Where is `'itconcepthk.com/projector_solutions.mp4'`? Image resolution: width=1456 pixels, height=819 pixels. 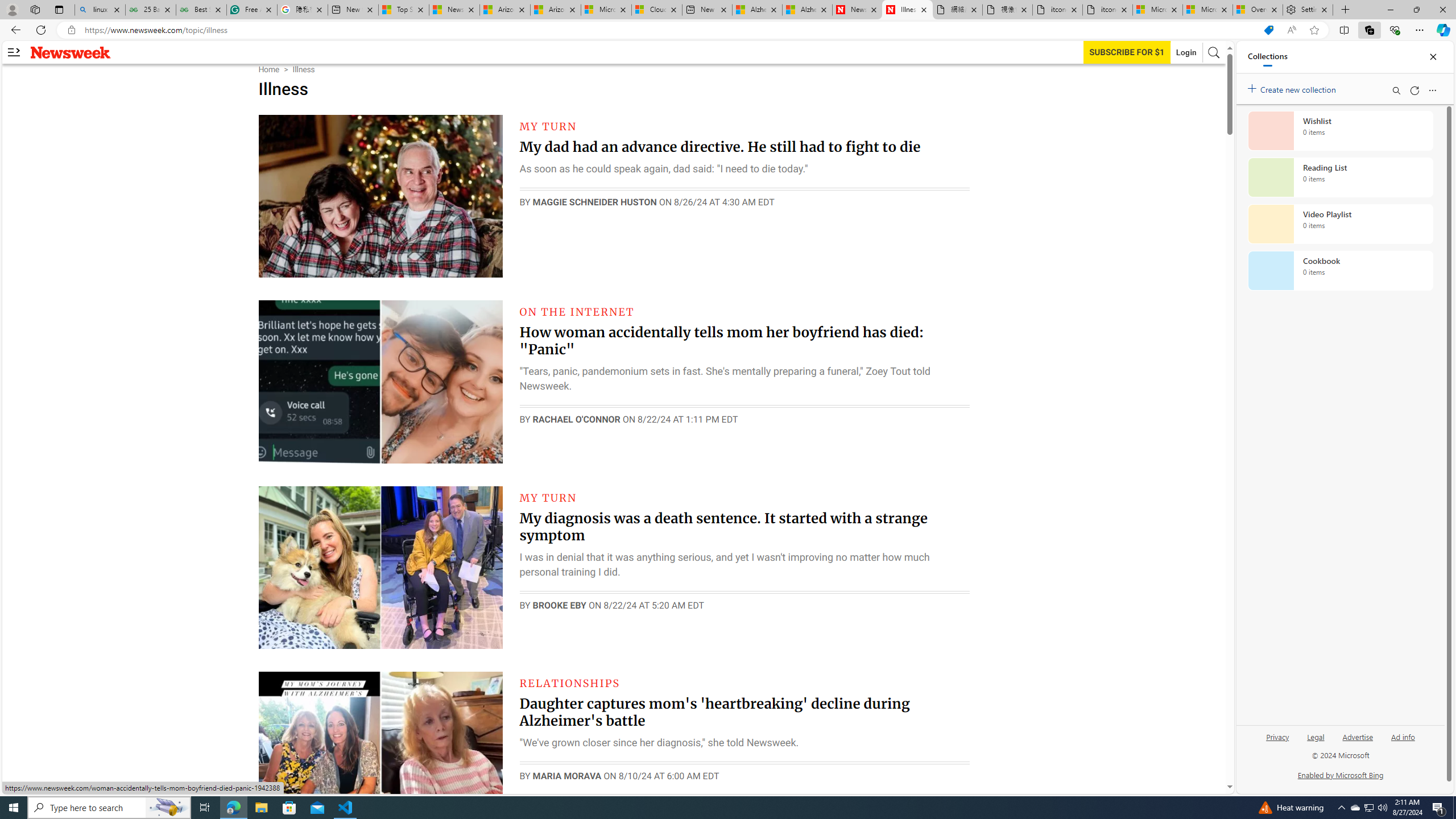 'itconcepthk.com/projector_solutions.mp4' is located at coordinates (1106, 9).